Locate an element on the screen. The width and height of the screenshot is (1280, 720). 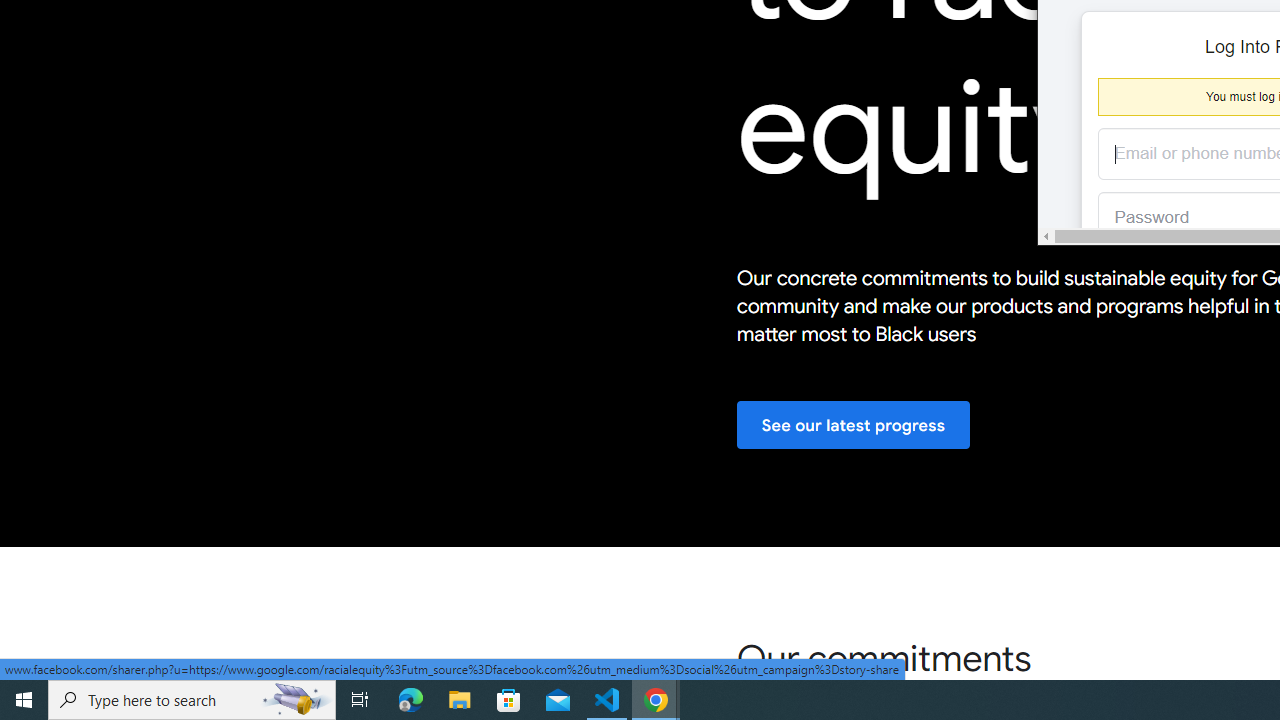
'Search highlights icon opens search home window' is located at coordinates (294, 698).